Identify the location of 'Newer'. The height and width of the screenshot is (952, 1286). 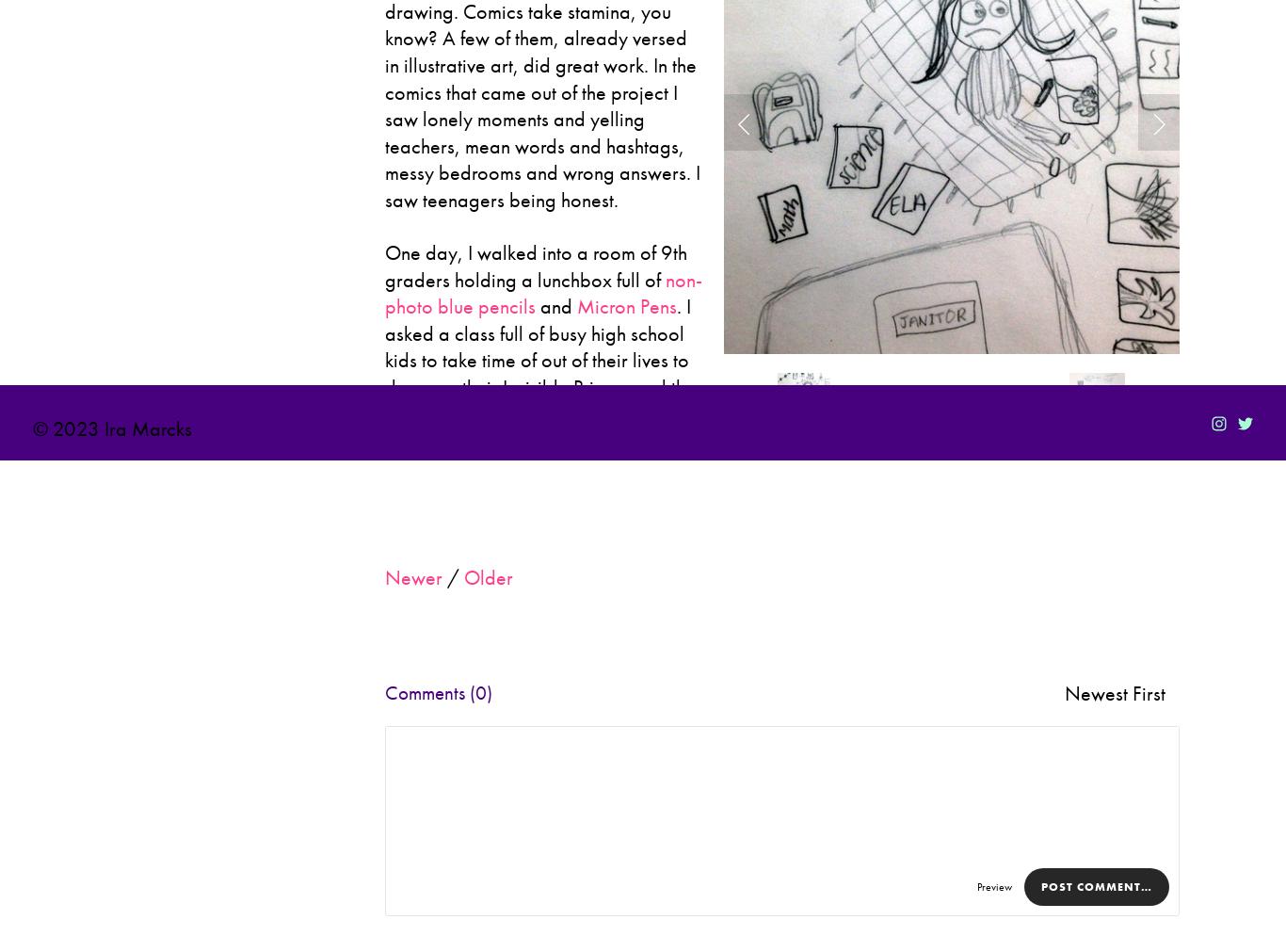
(411, 577).